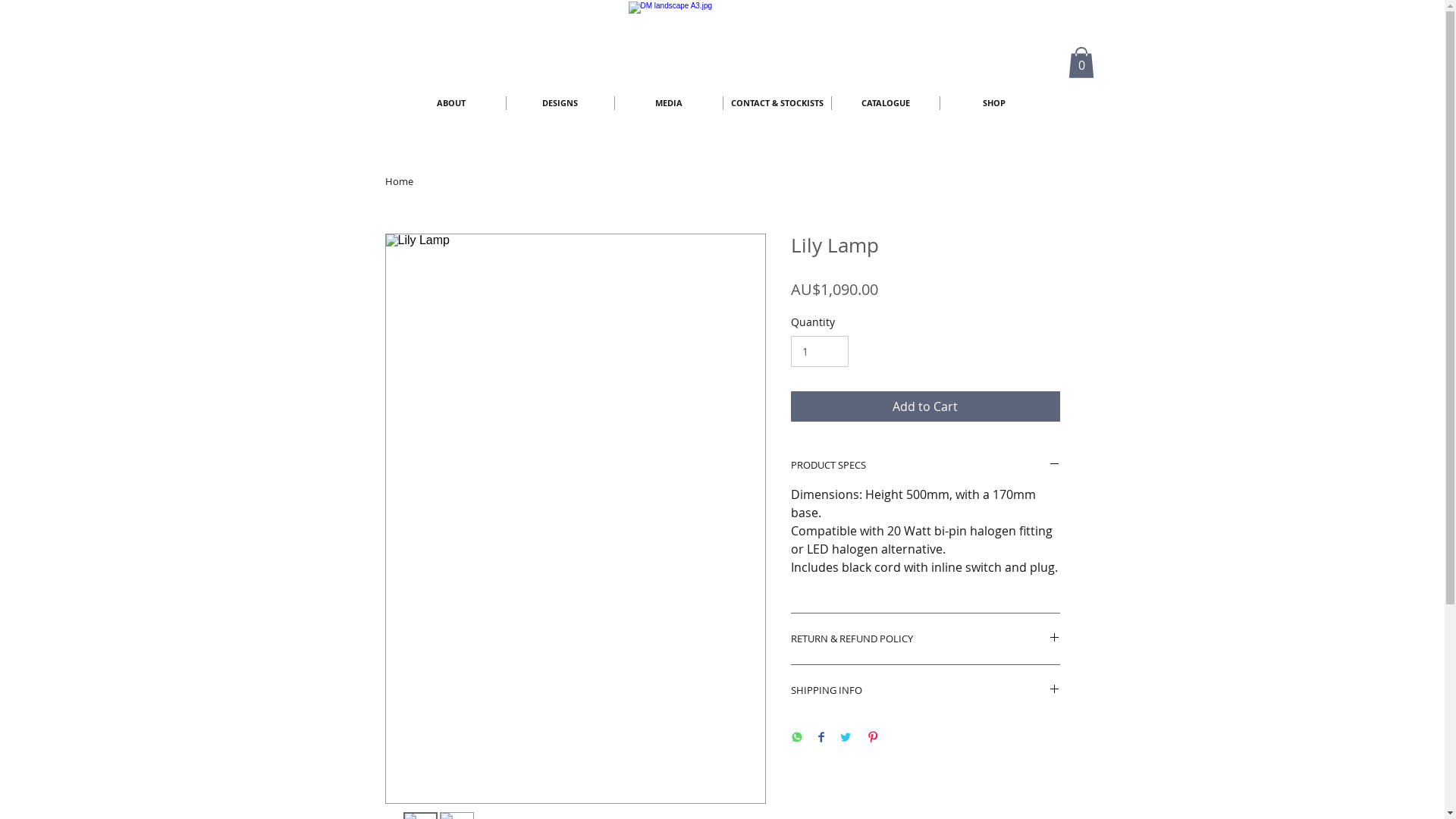  I want to click on 'Home', so click(399, 180).